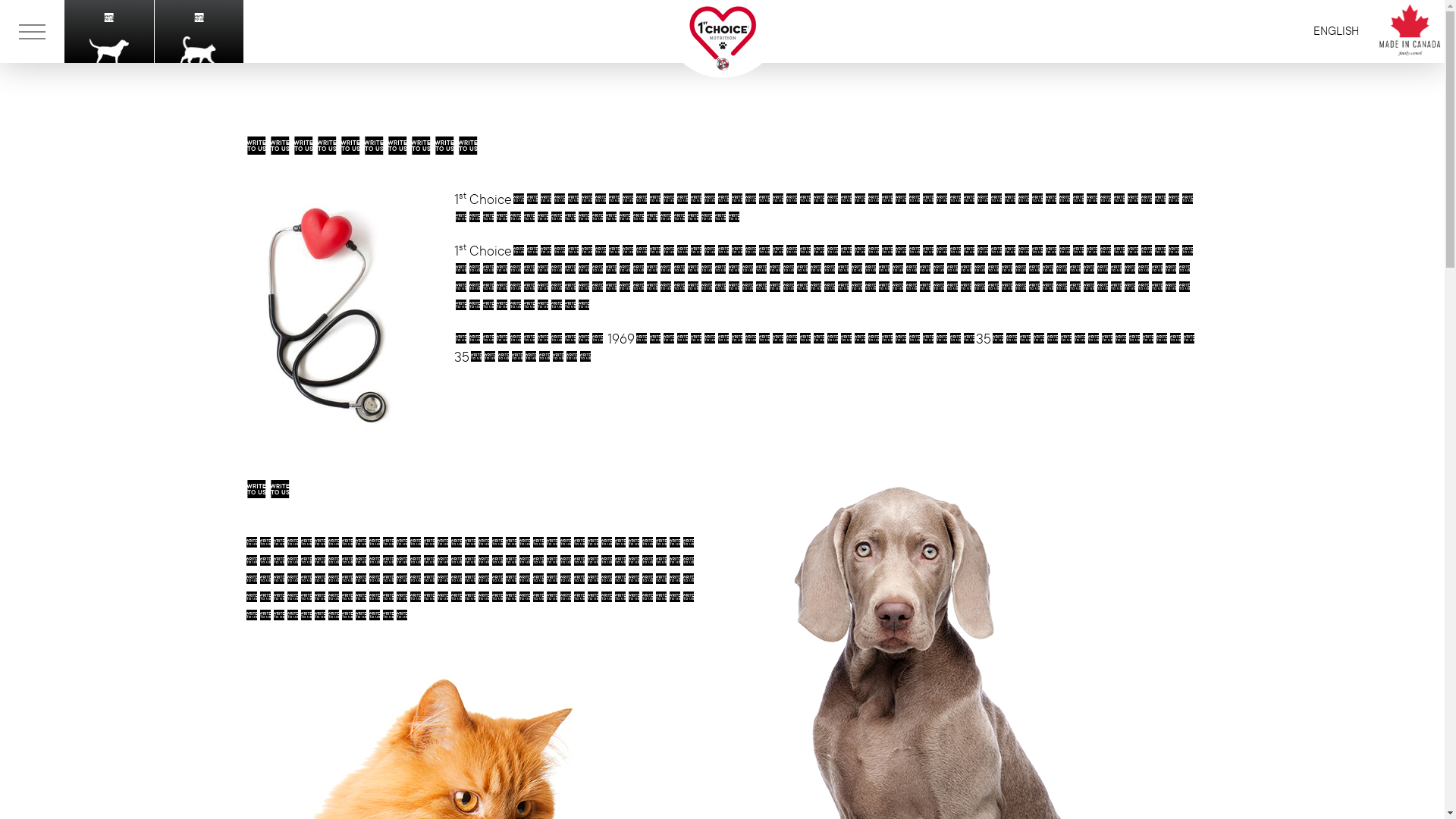  What do you see at coordinates (1335, 31) in the screenshot?
I see `'ENGLISH'` at bounding box center [1335, 31].